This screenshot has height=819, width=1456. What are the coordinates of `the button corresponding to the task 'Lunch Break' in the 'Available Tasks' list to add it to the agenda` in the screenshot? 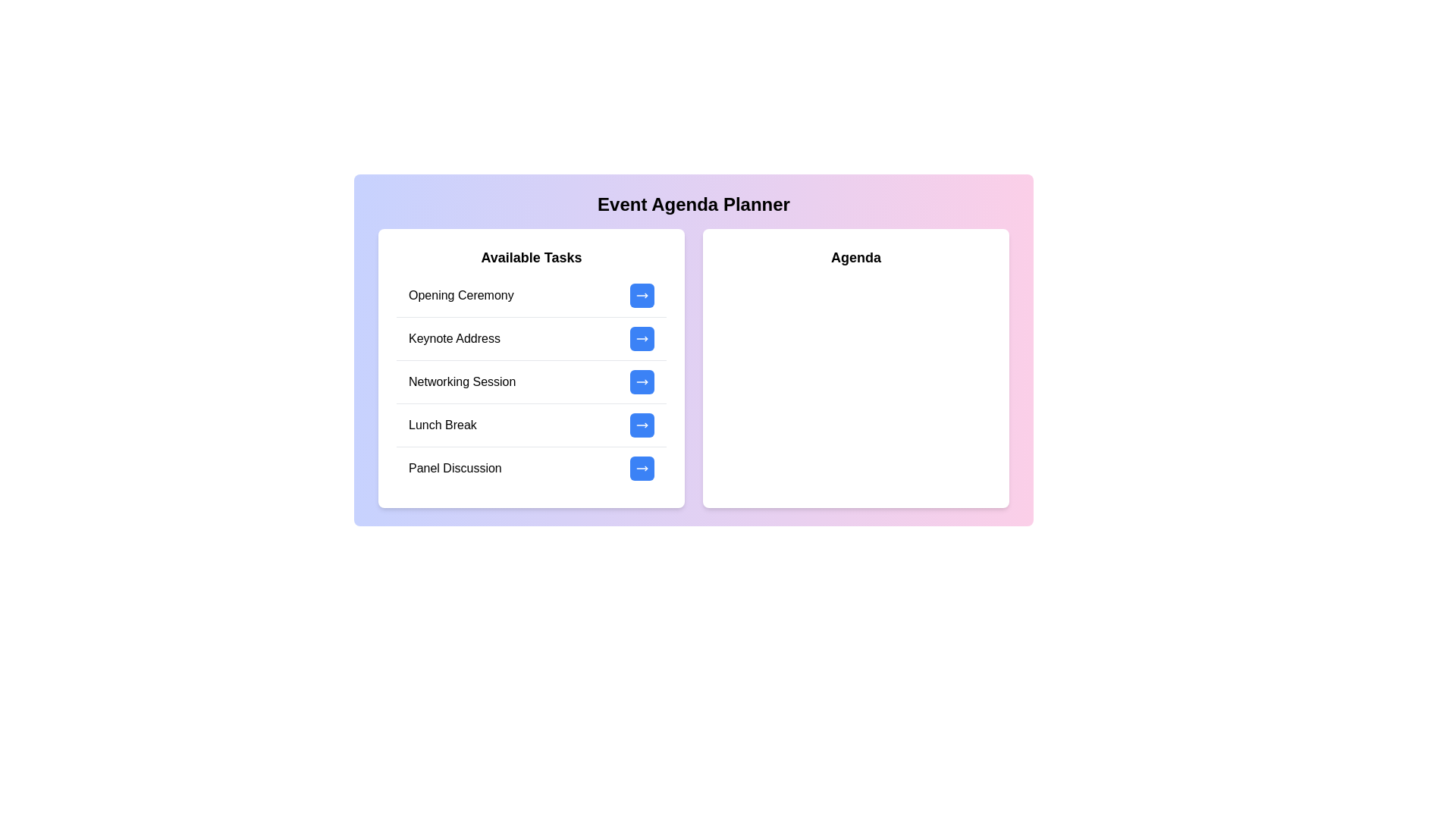 It's located at (642, 425).